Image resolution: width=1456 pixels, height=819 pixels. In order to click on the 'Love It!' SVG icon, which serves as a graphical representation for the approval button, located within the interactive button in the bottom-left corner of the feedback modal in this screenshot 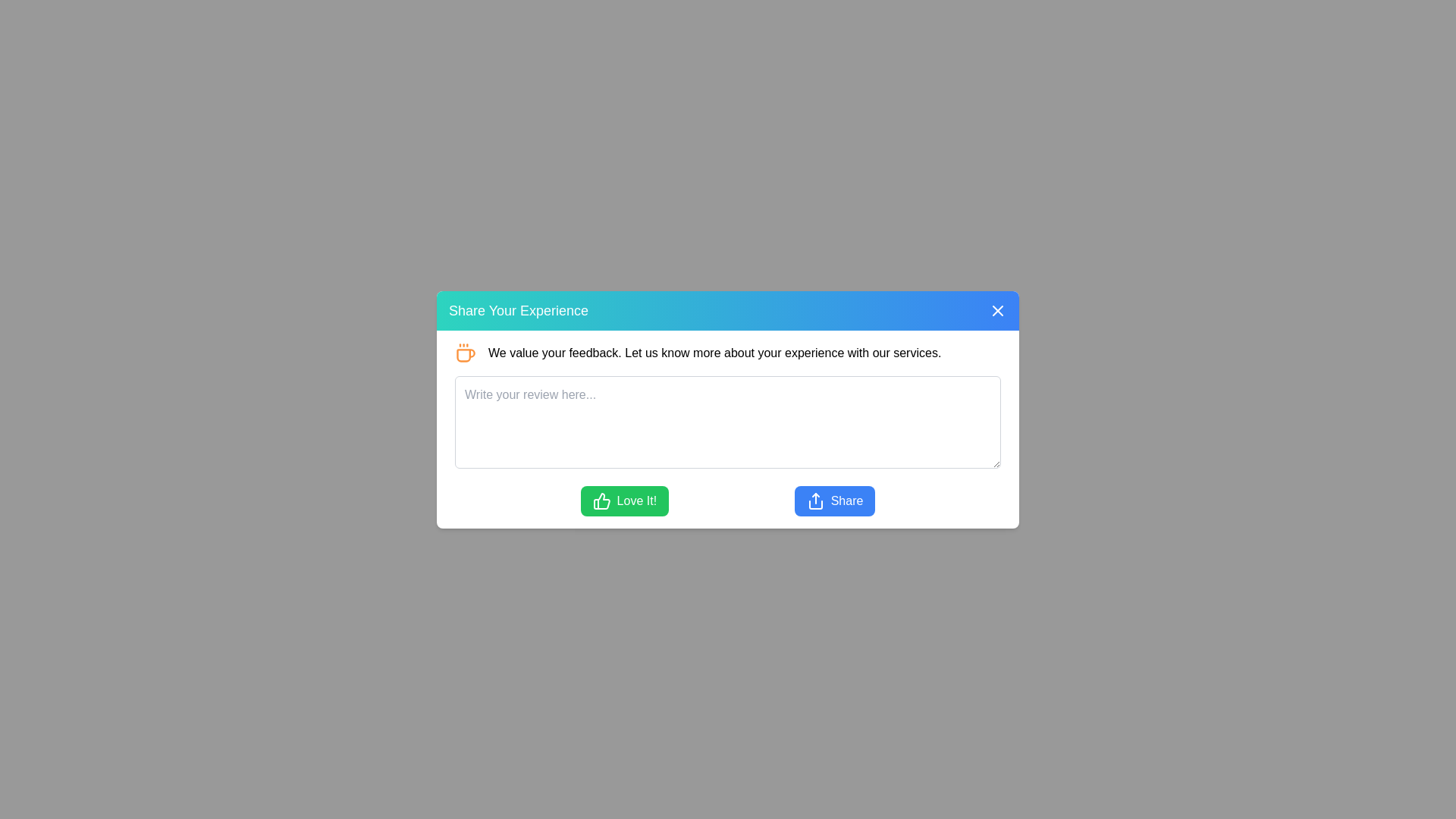, I will do `click(601, 500)`.